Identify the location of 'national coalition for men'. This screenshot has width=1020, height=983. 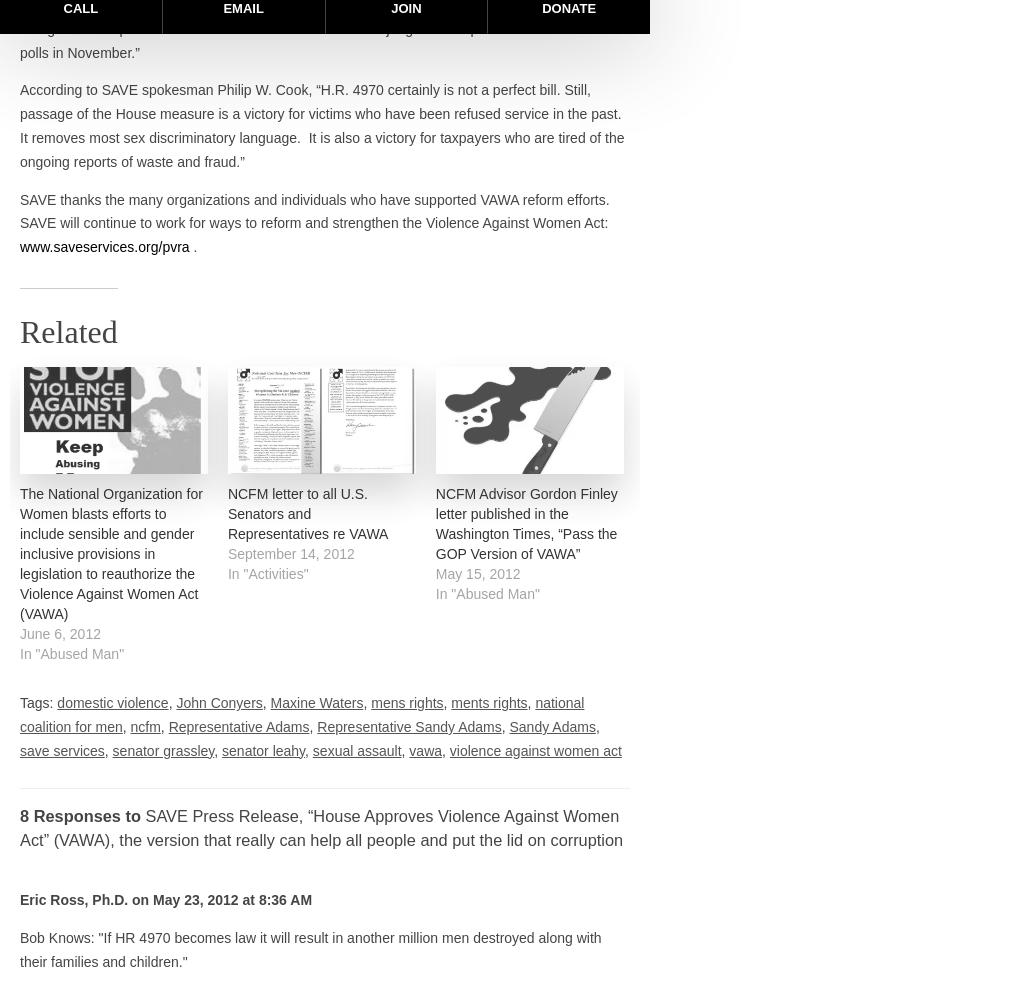
(302, 714).